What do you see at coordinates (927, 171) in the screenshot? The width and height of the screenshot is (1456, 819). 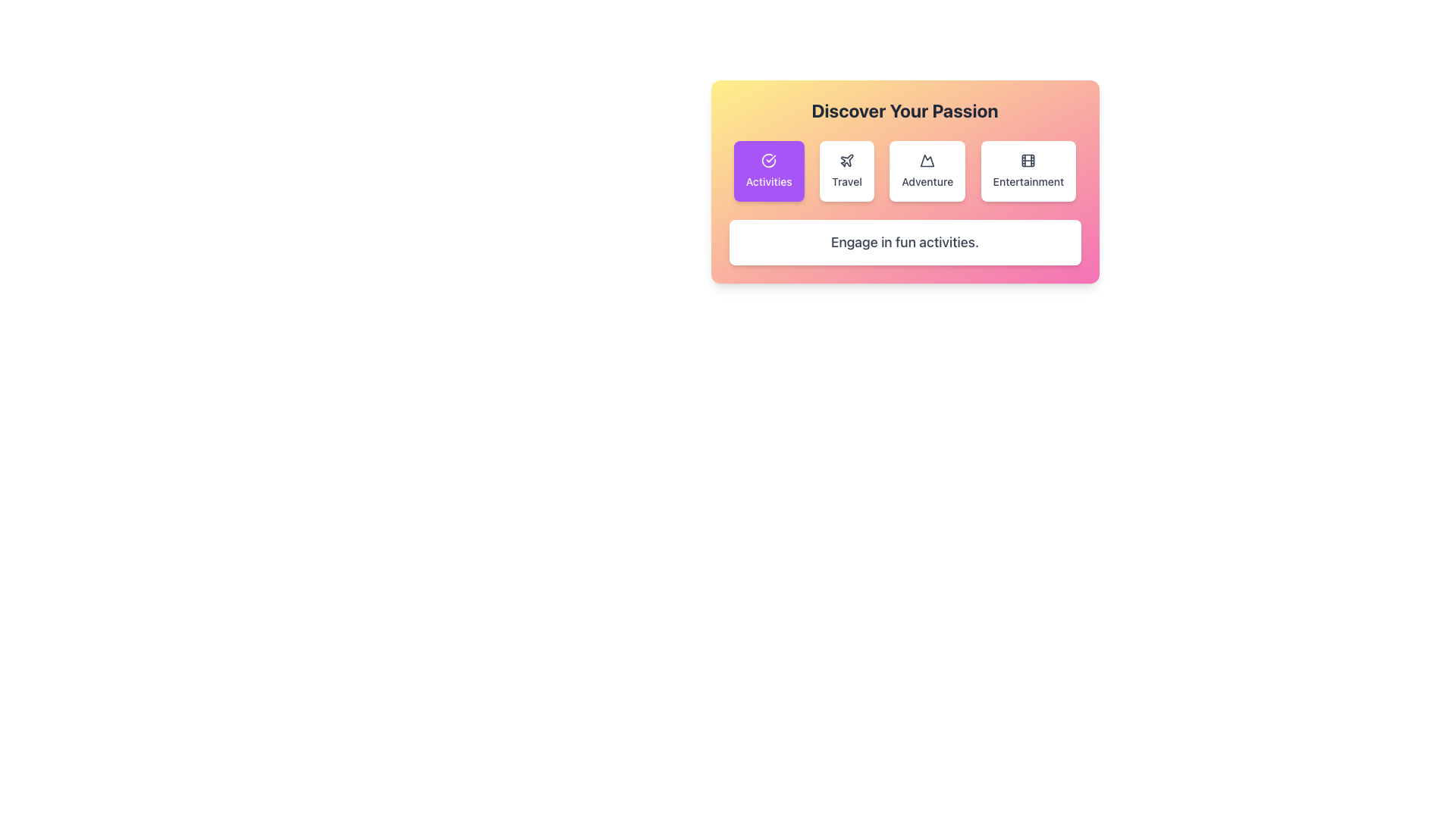 I see `the 'Adventure' button, which is a rounded rectangular button with a white background and a mountain icon above the text` at bounding box center [927, 171].